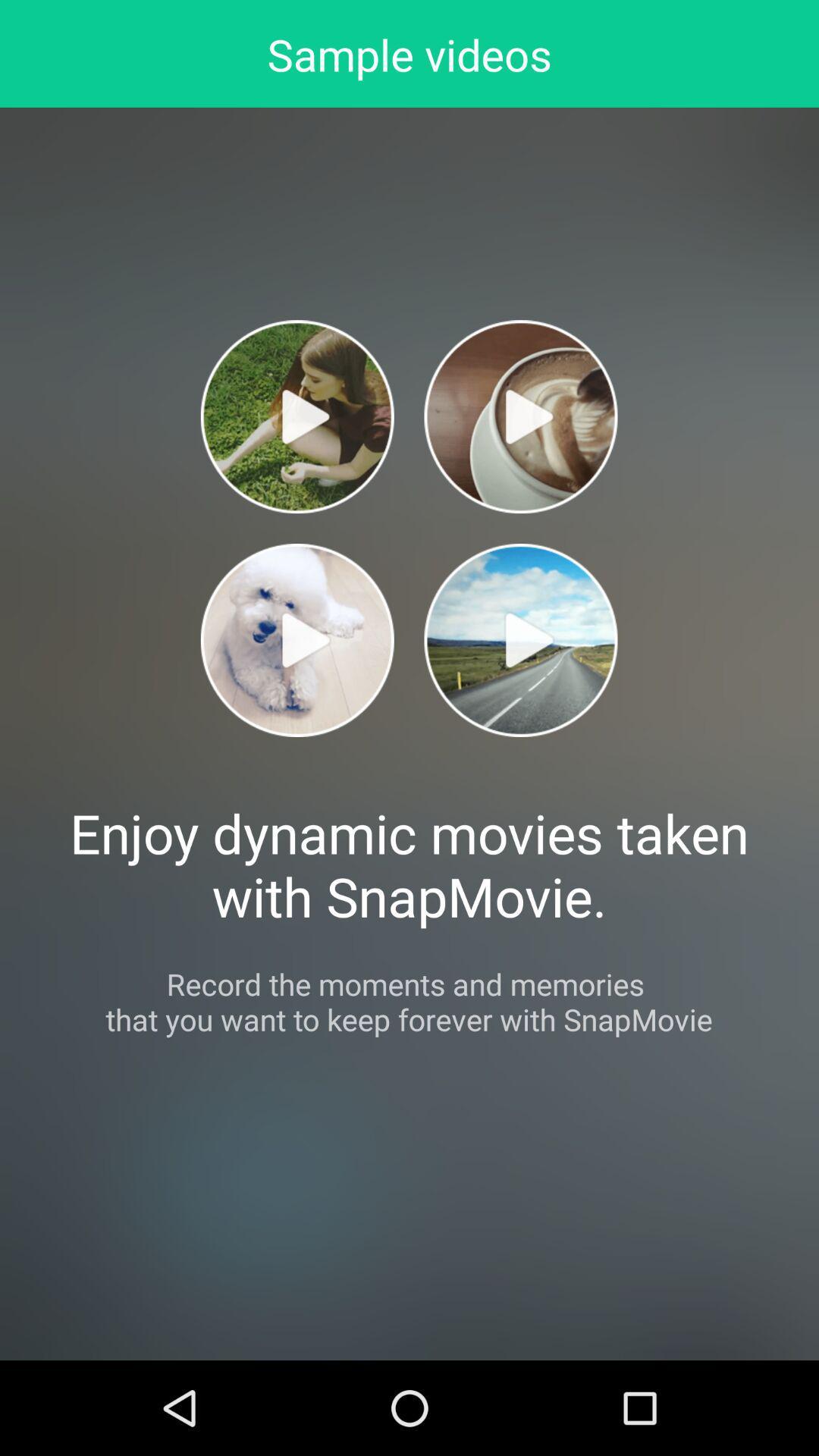 This screenshot has width=819, height=1456. What do you see at coordinates (297, 640) in the screenshot?
I see `click on dog snapmovie` at bounding box center [297, 640].